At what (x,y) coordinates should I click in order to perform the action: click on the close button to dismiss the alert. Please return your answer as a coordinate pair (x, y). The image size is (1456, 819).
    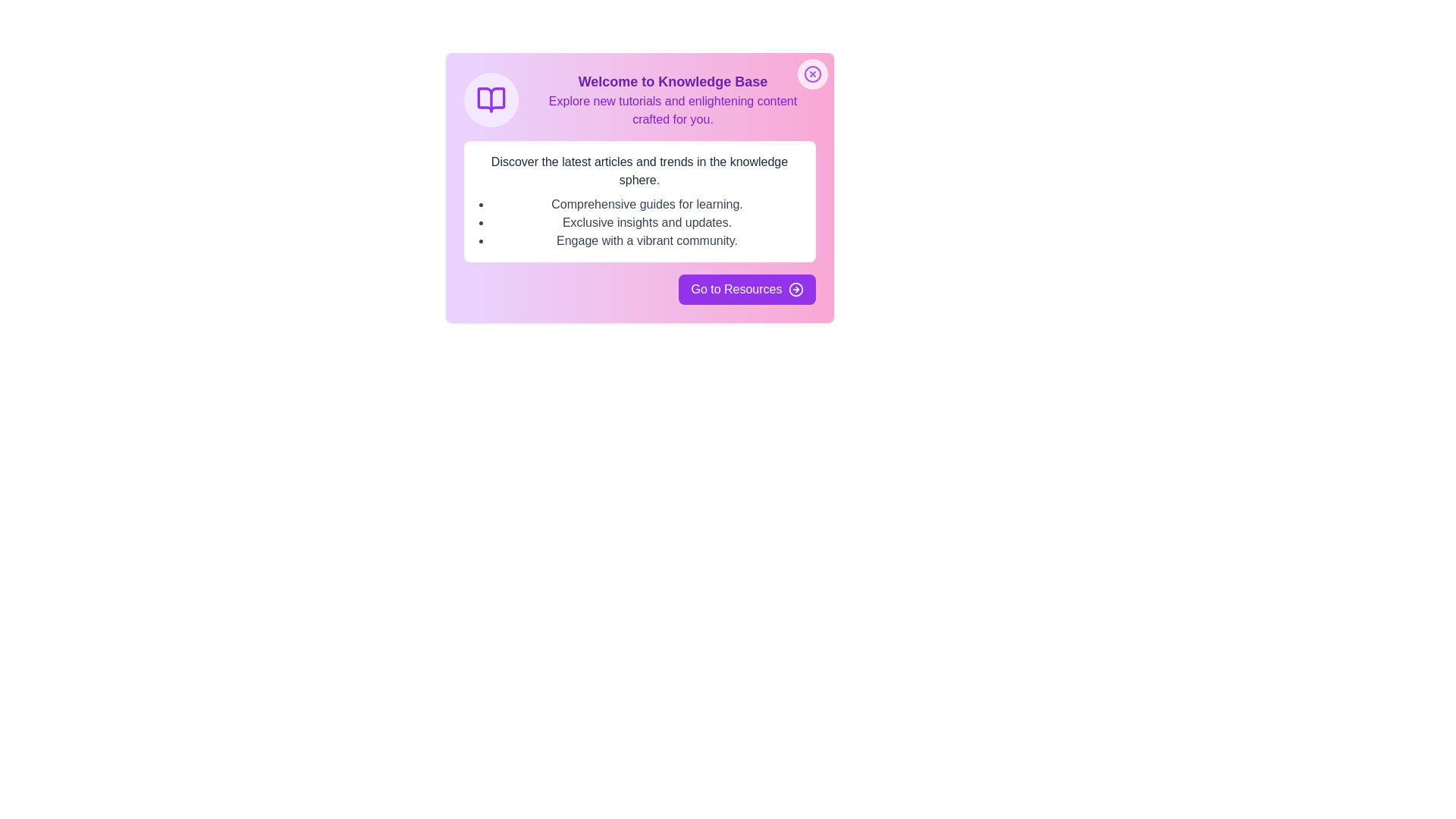
    Looking at the image, I should click on (811, 74).